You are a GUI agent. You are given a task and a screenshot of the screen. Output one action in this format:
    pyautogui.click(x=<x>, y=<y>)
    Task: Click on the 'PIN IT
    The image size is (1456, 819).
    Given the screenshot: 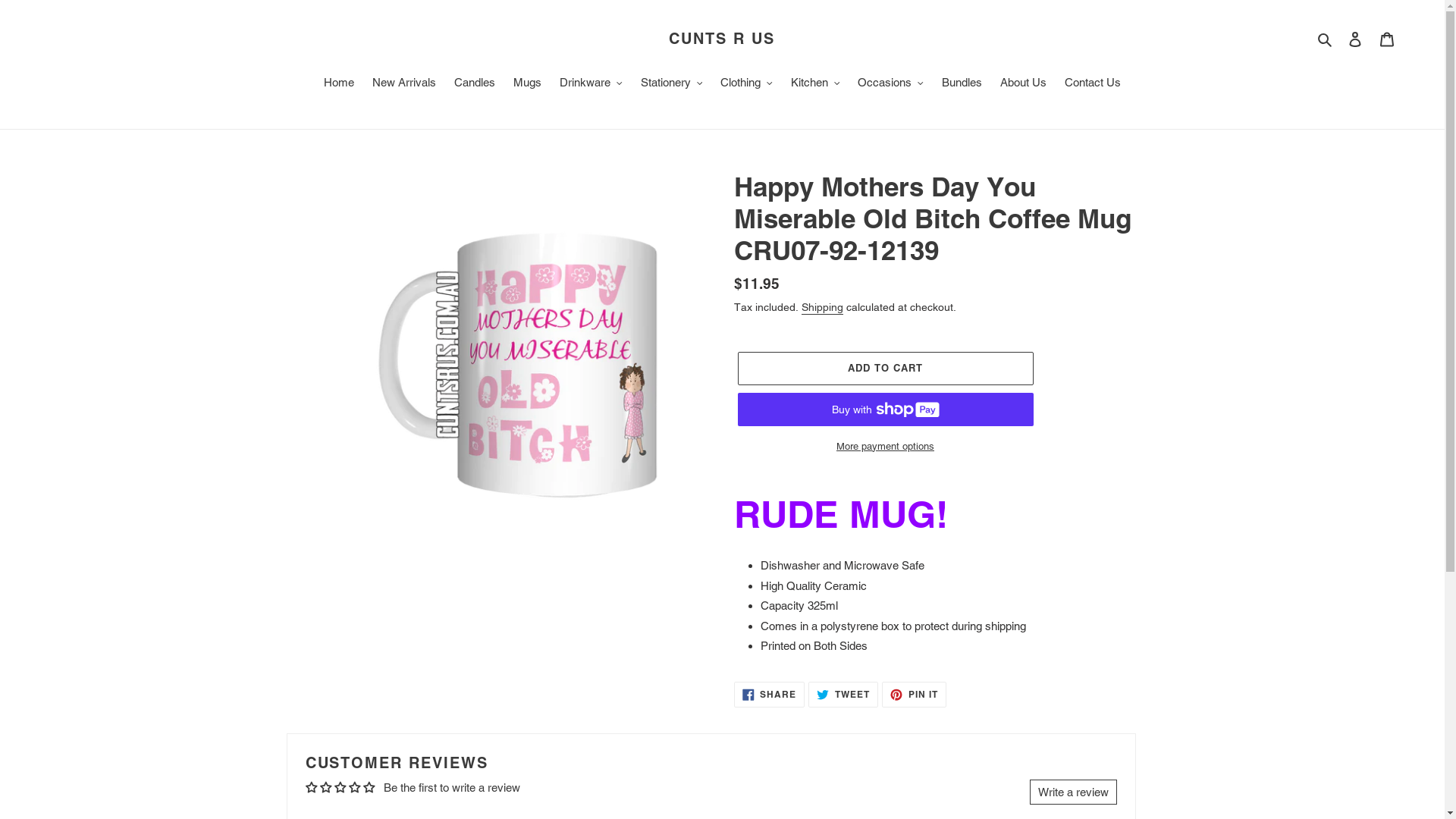 What is the action you would take?
    pyautogui.click(x=881, y=694)
    